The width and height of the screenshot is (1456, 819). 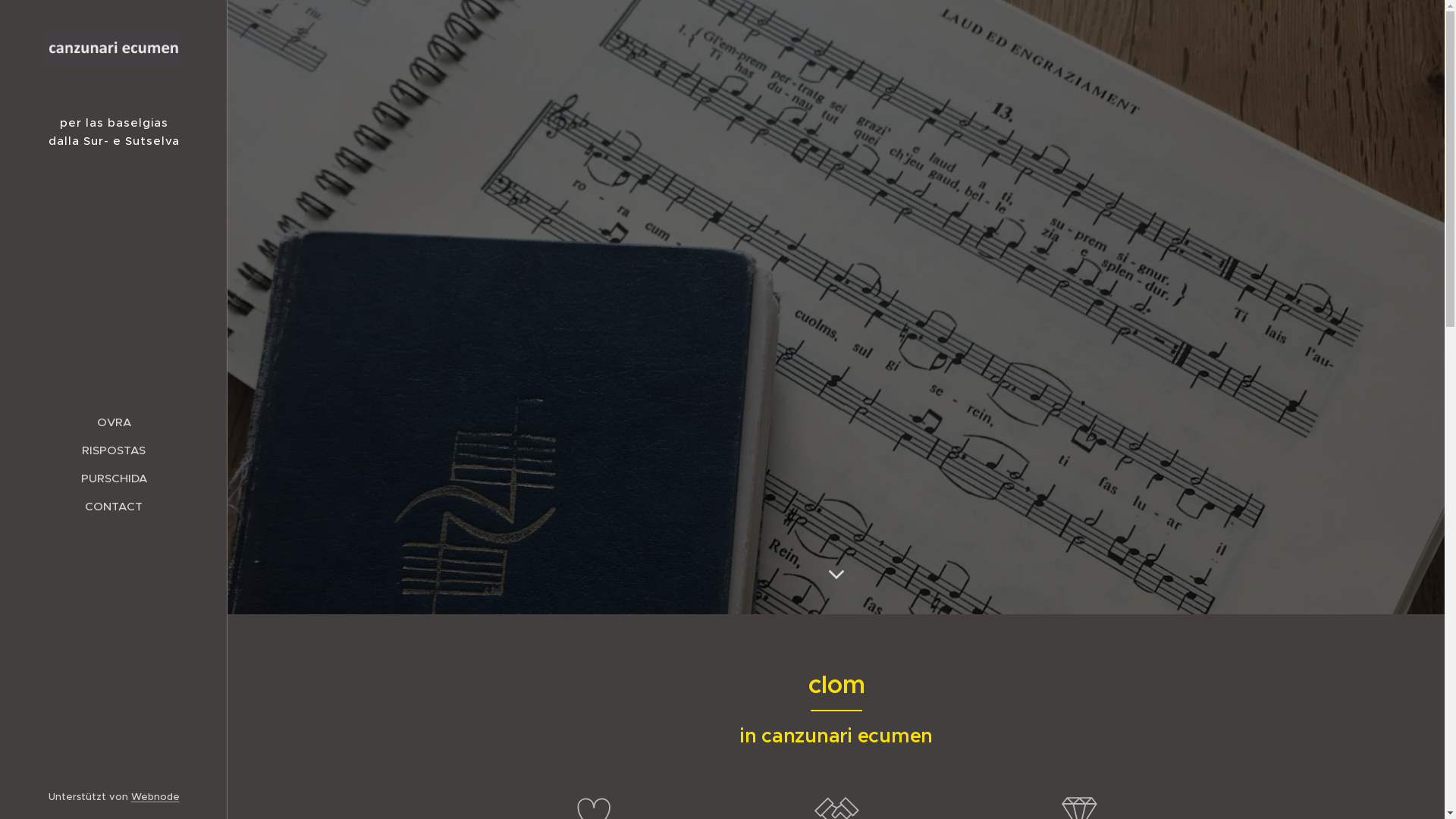 I want to click on 'RISPOSTAS', so click(x=112, y=449).